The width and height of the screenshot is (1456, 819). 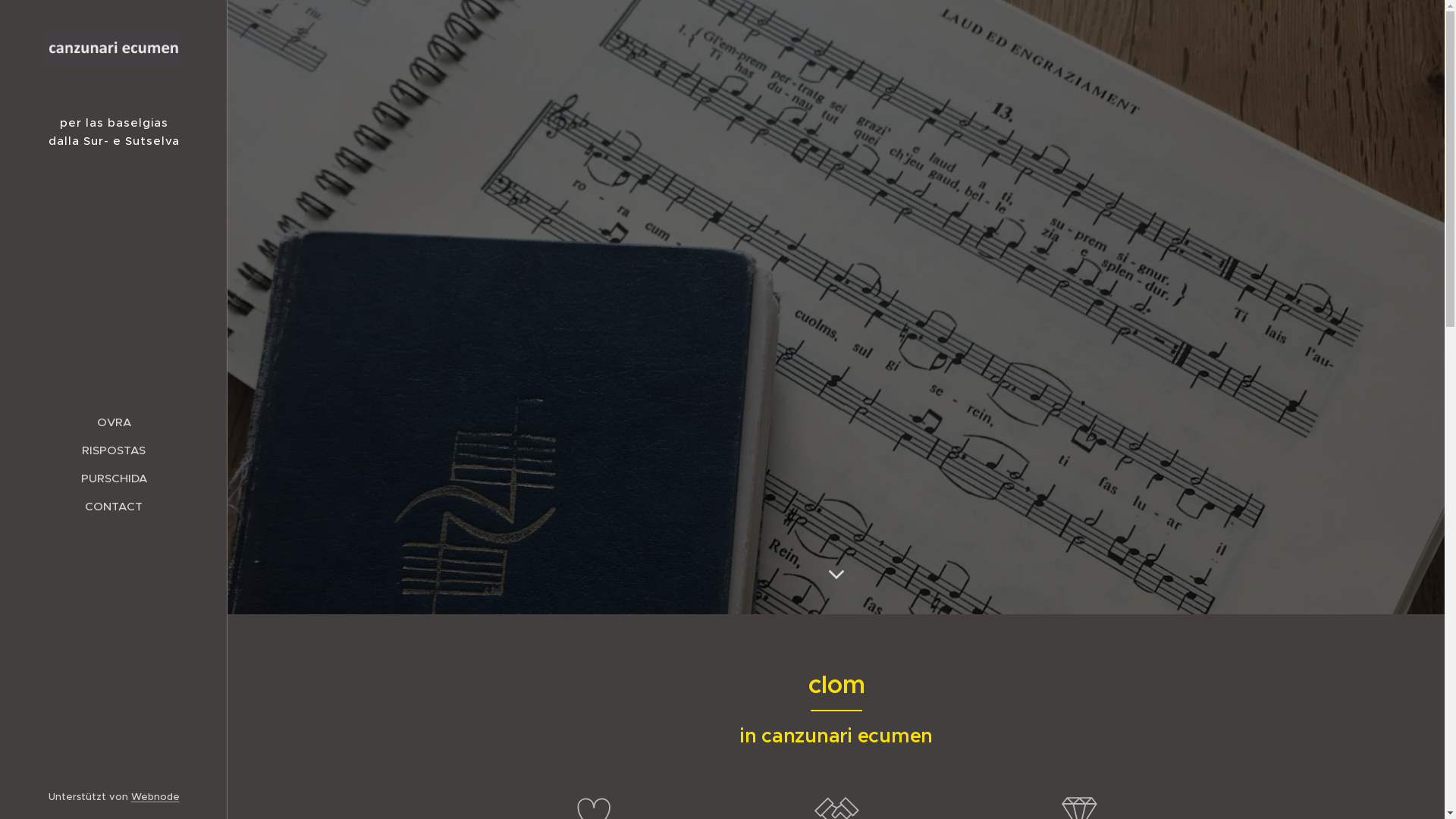 I want to click on 'RISPOSTAS', so click(x=112, y=449).